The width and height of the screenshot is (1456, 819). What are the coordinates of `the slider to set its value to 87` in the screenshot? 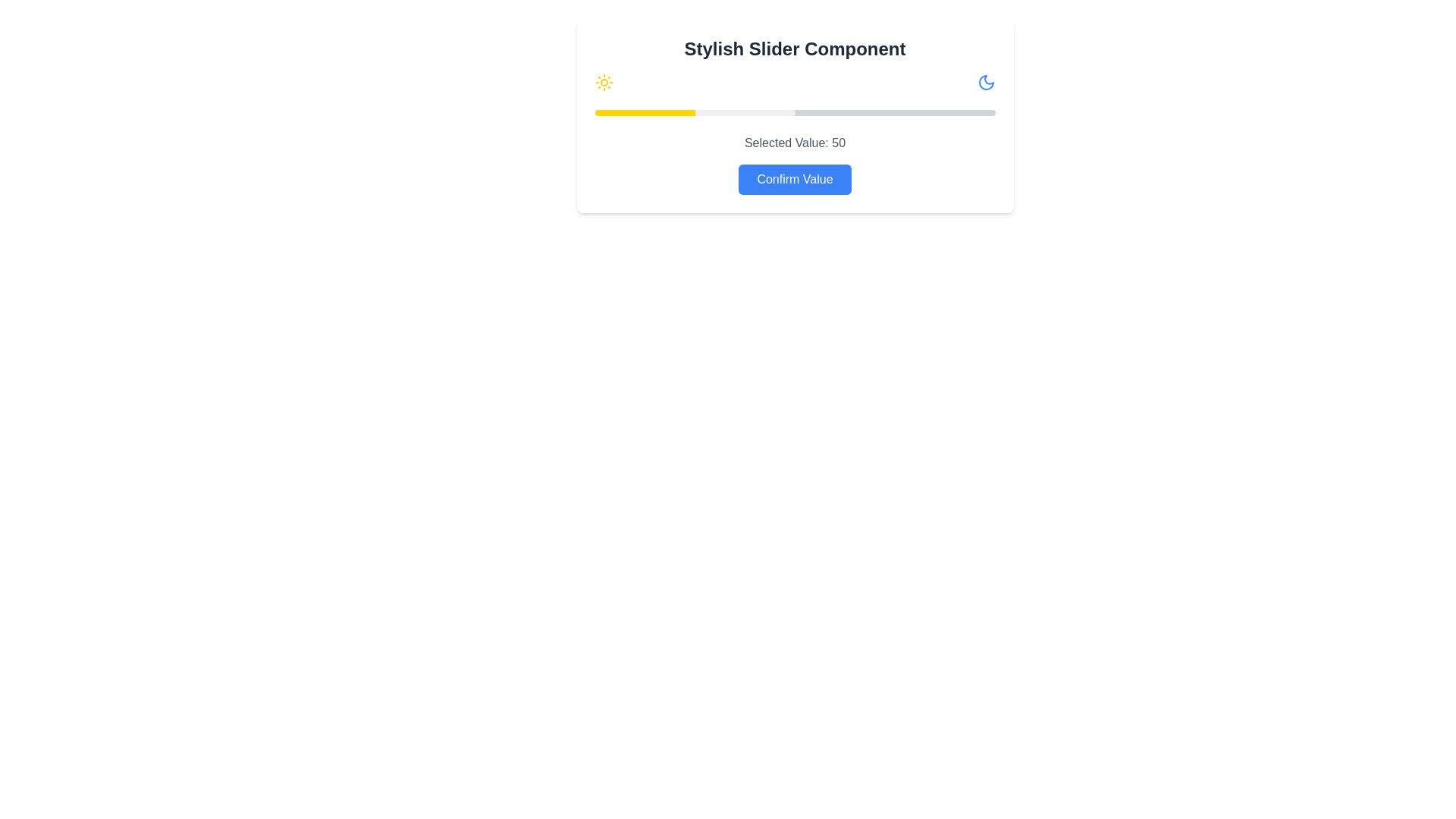 It's located at (942, 112).